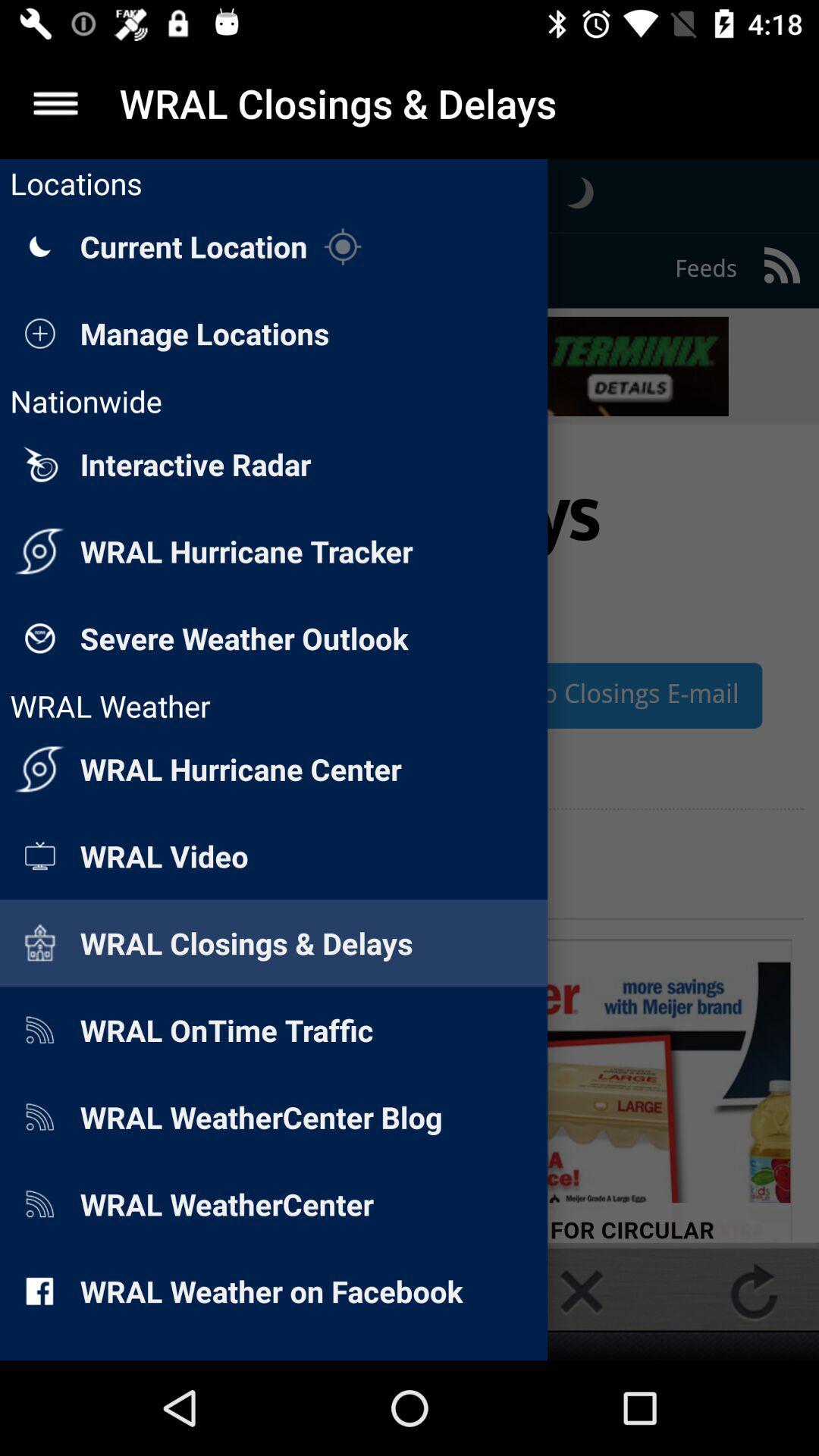  What do you see at coordinates (64, 1291) in the screenshot?
I see `the facebook icon` at bounding box center [64, 1291].